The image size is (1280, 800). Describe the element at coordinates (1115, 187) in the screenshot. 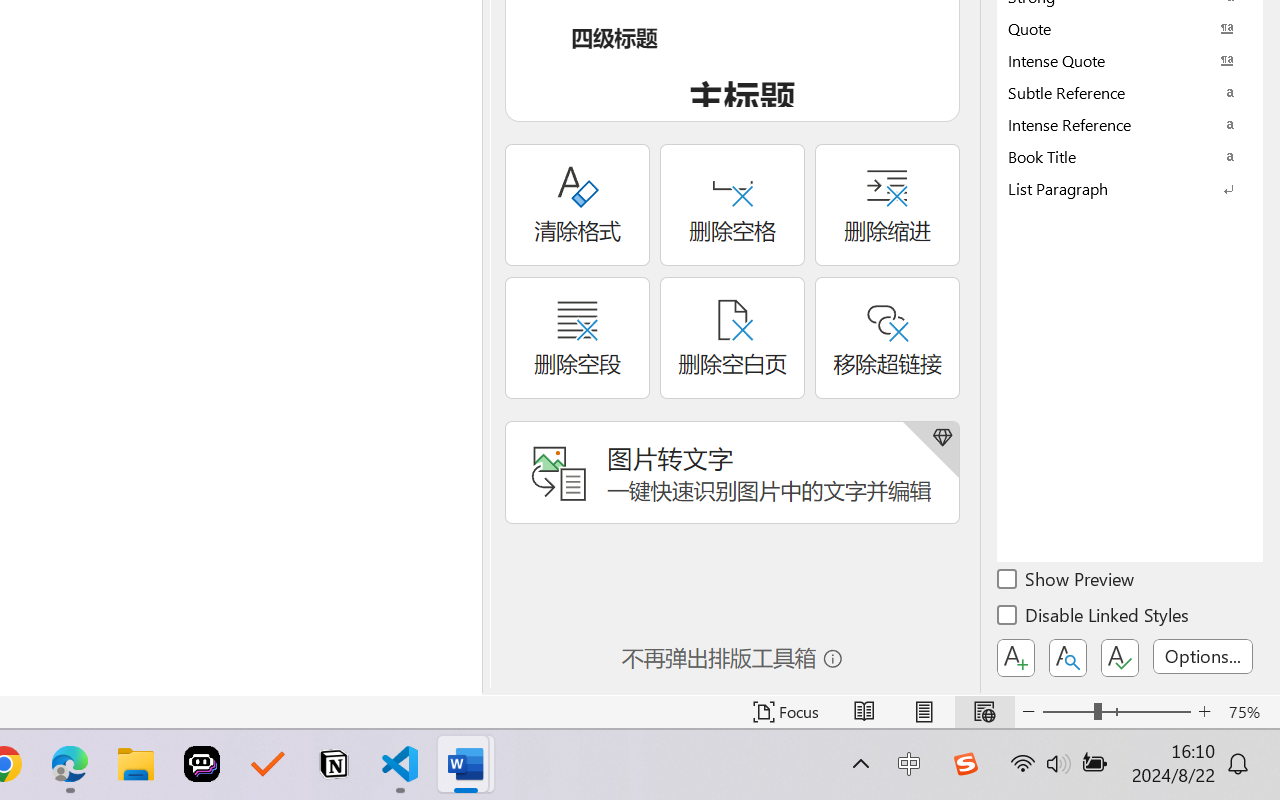

I see `'Class: NetUIImage'` at that location.